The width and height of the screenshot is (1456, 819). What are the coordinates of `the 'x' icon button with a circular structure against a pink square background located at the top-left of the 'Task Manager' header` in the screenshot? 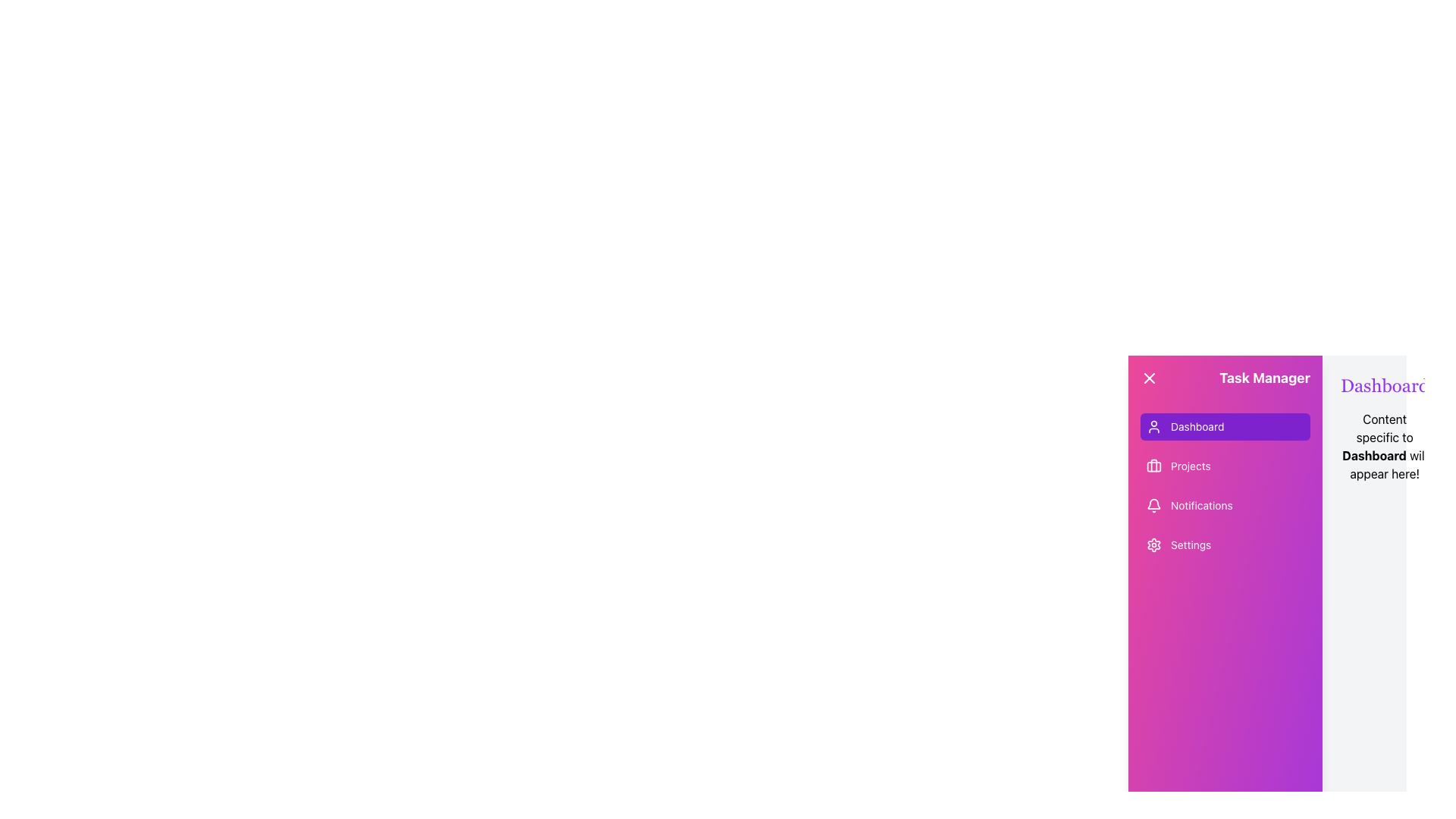 It's located at (1150, 377).